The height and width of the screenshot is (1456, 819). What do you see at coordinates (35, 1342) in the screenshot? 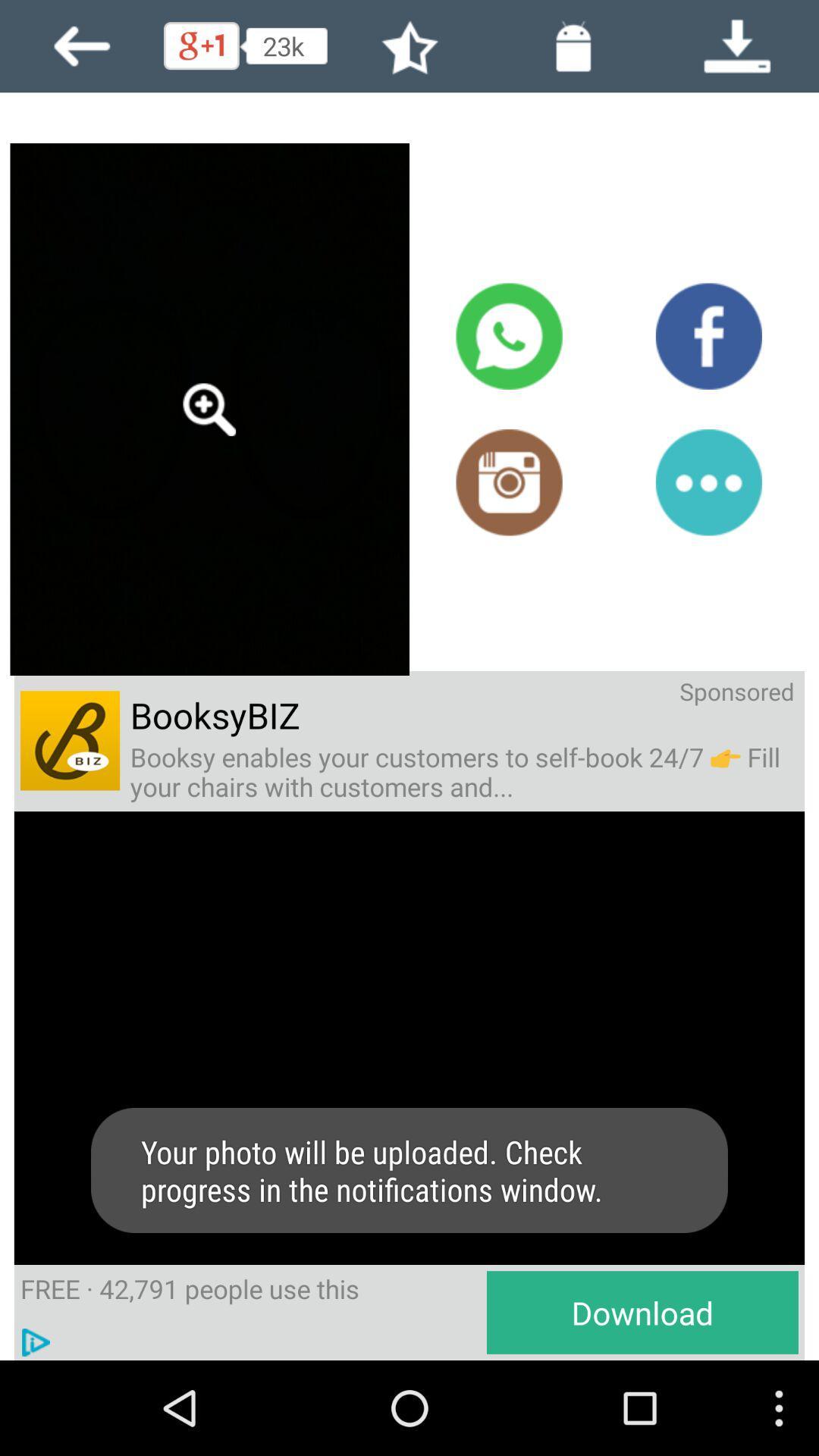
I see `the play image option to the left of the text download` at bounding box center [35, 1342].